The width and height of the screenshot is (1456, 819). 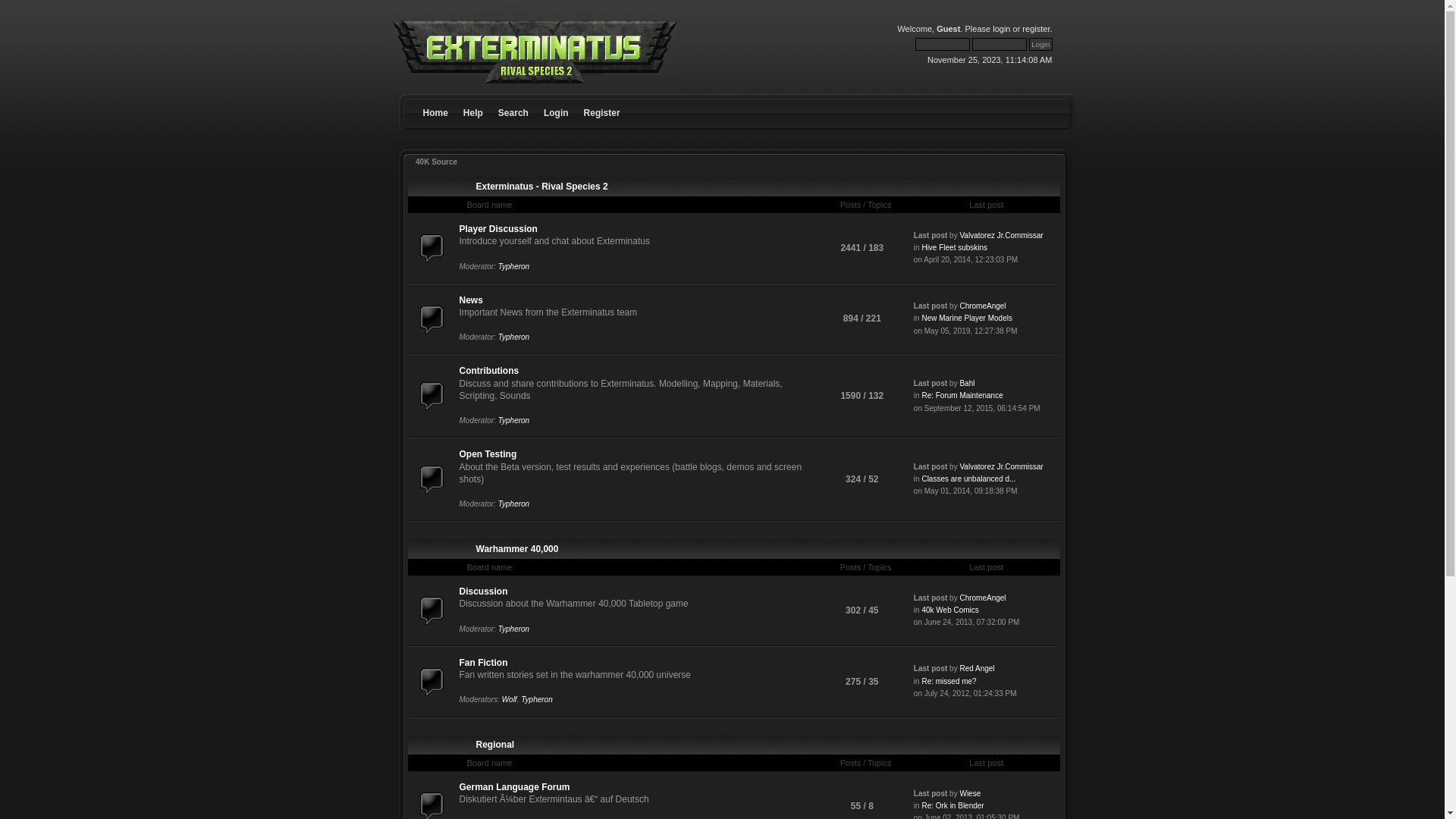 I want to click on 'Wolf', so click(x=510, y=699).